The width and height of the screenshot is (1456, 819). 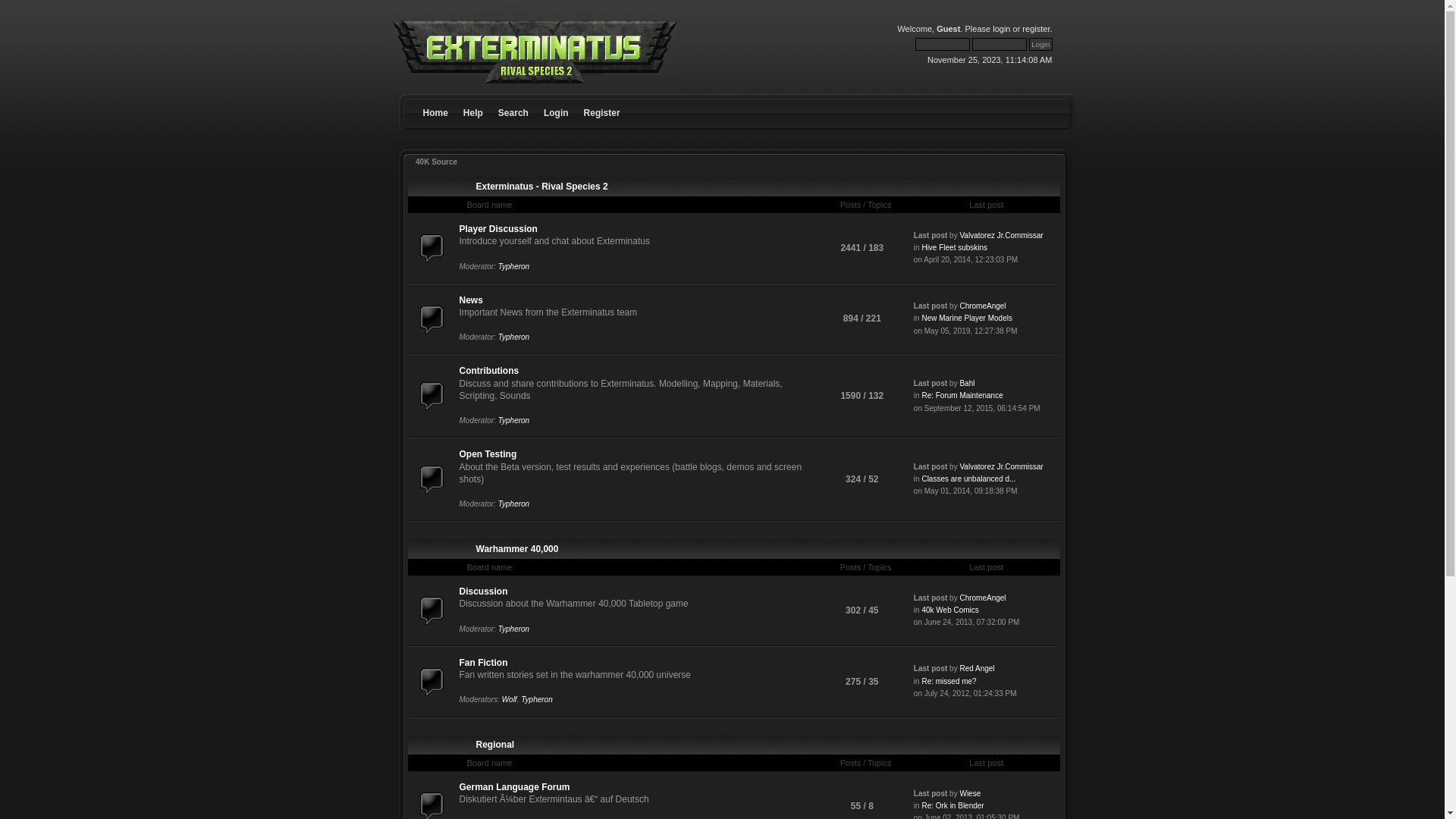 I want to click on 'Wolf', so click(x=510, y=699).